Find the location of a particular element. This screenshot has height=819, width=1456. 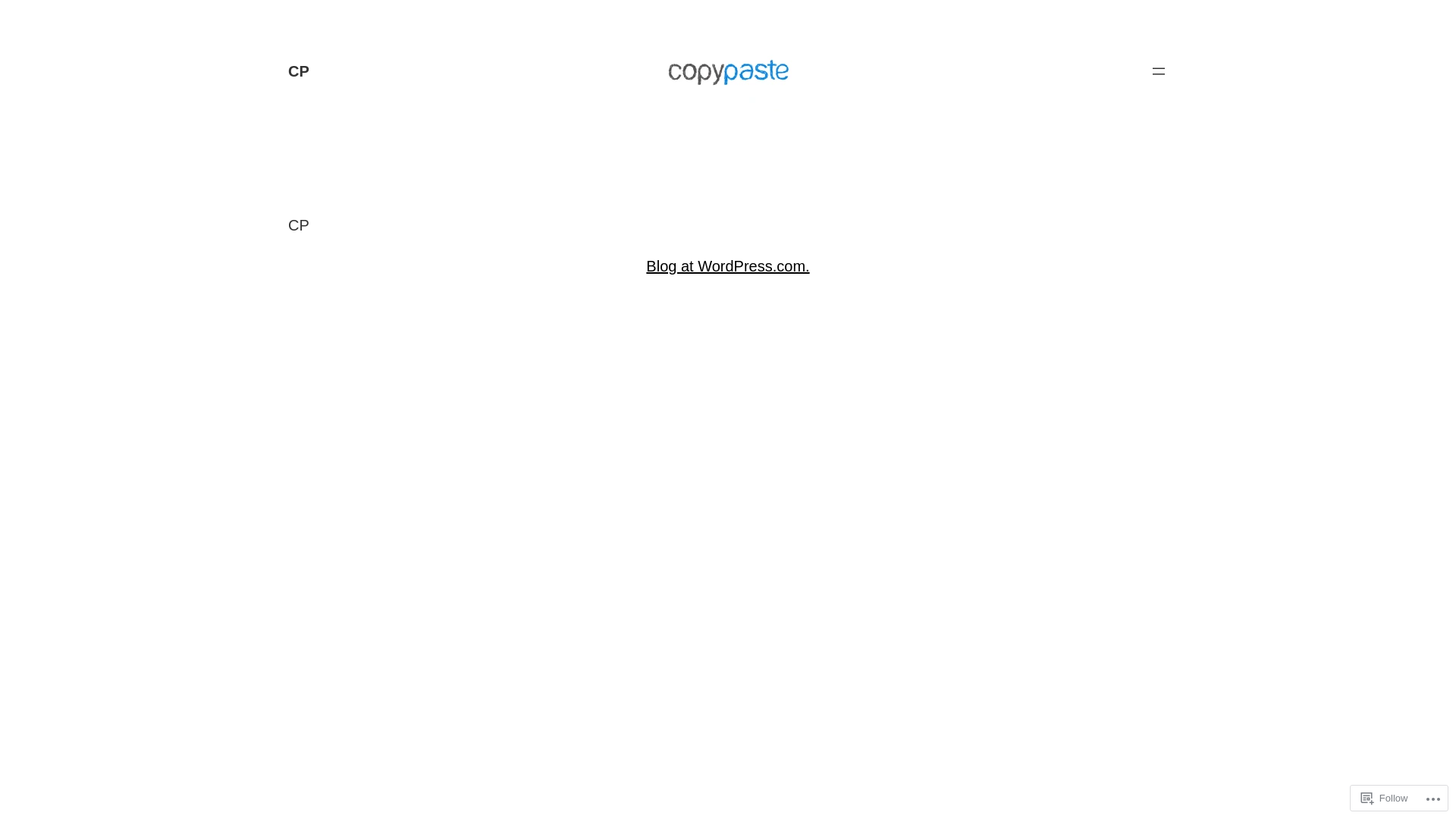

'CP' is located at coordinates (298, 70).